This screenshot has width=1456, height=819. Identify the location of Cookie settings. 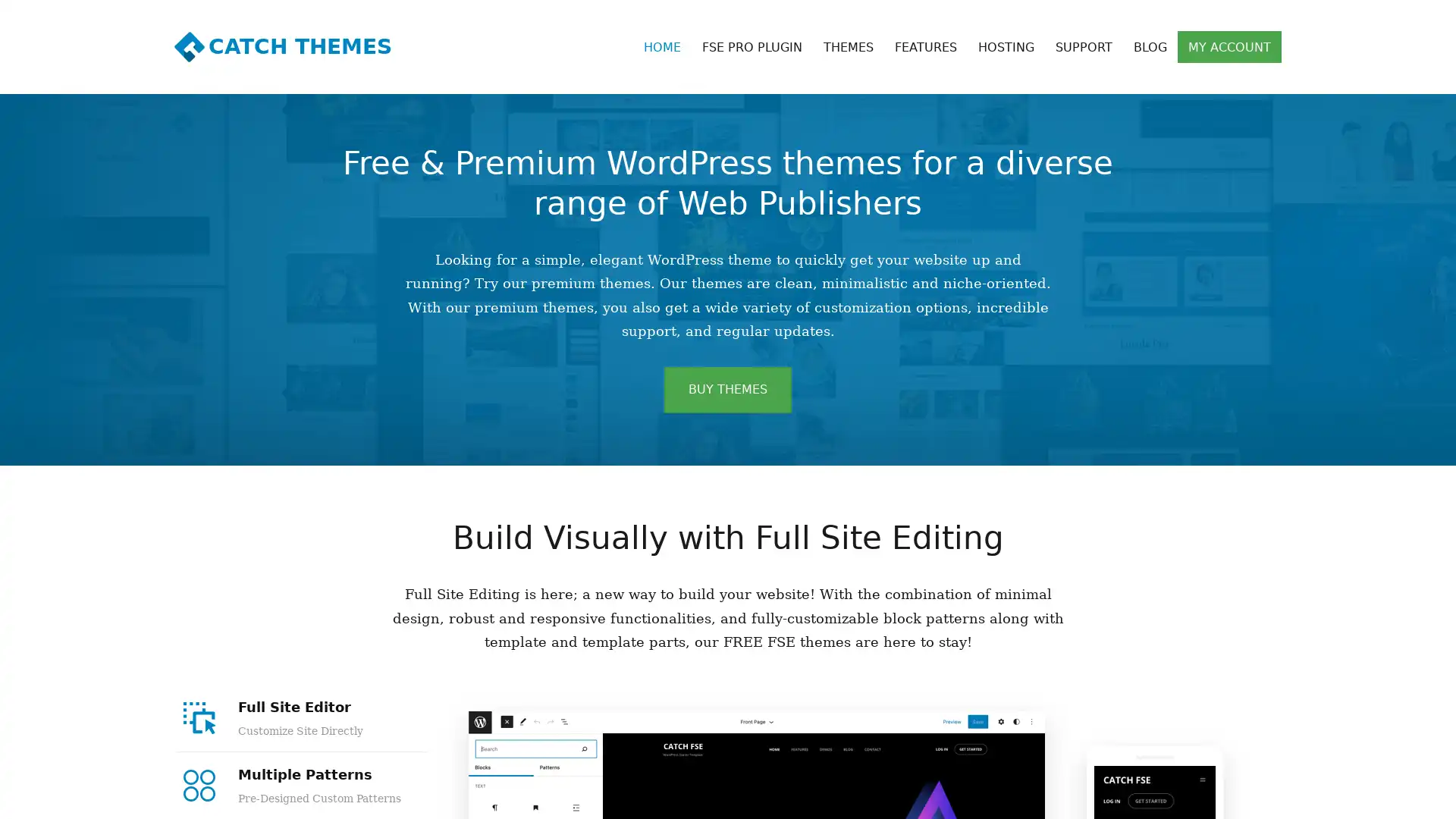
(1341, 799).